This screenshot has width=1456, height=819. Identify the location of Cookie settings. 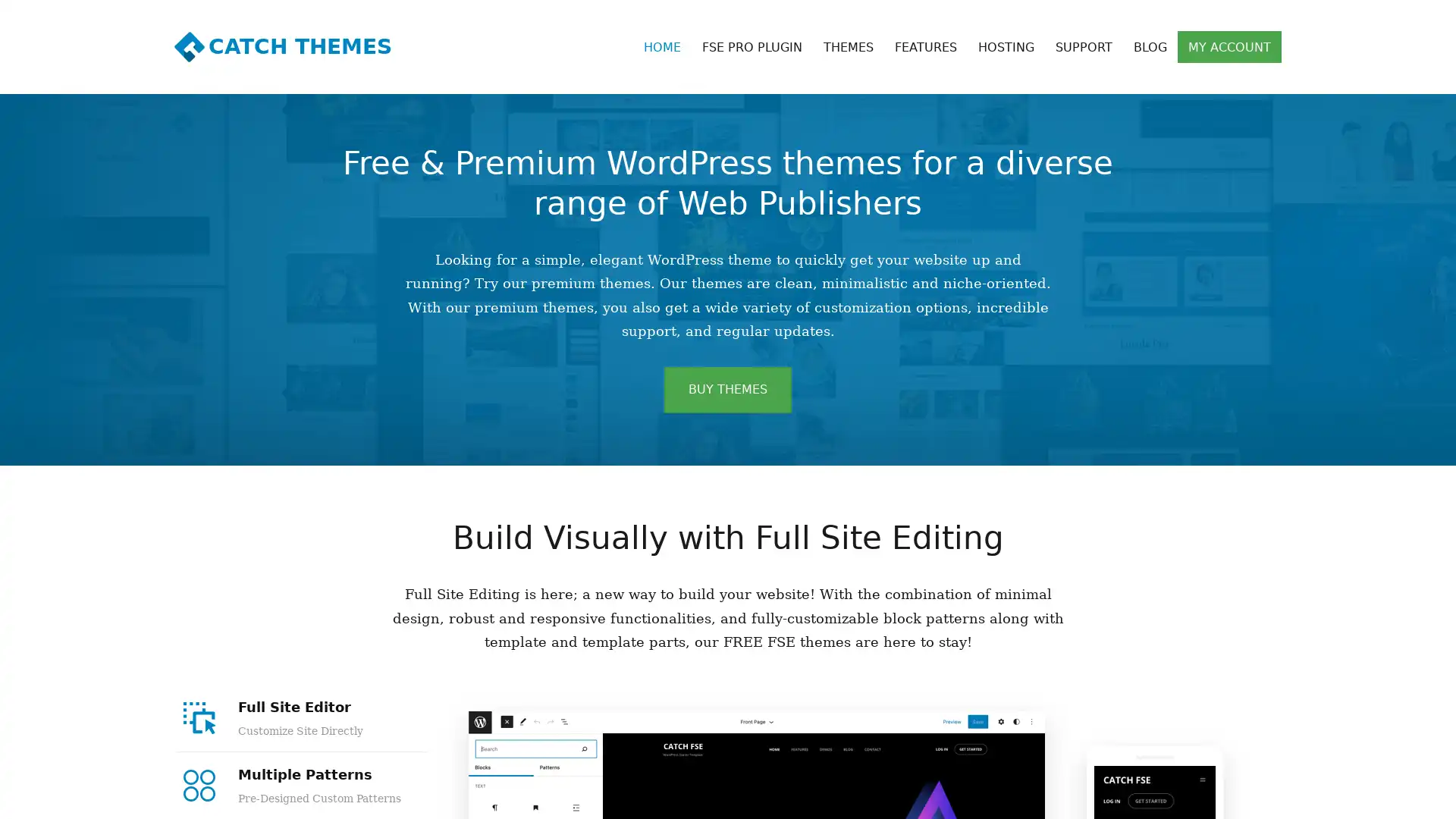
(1341, 799).